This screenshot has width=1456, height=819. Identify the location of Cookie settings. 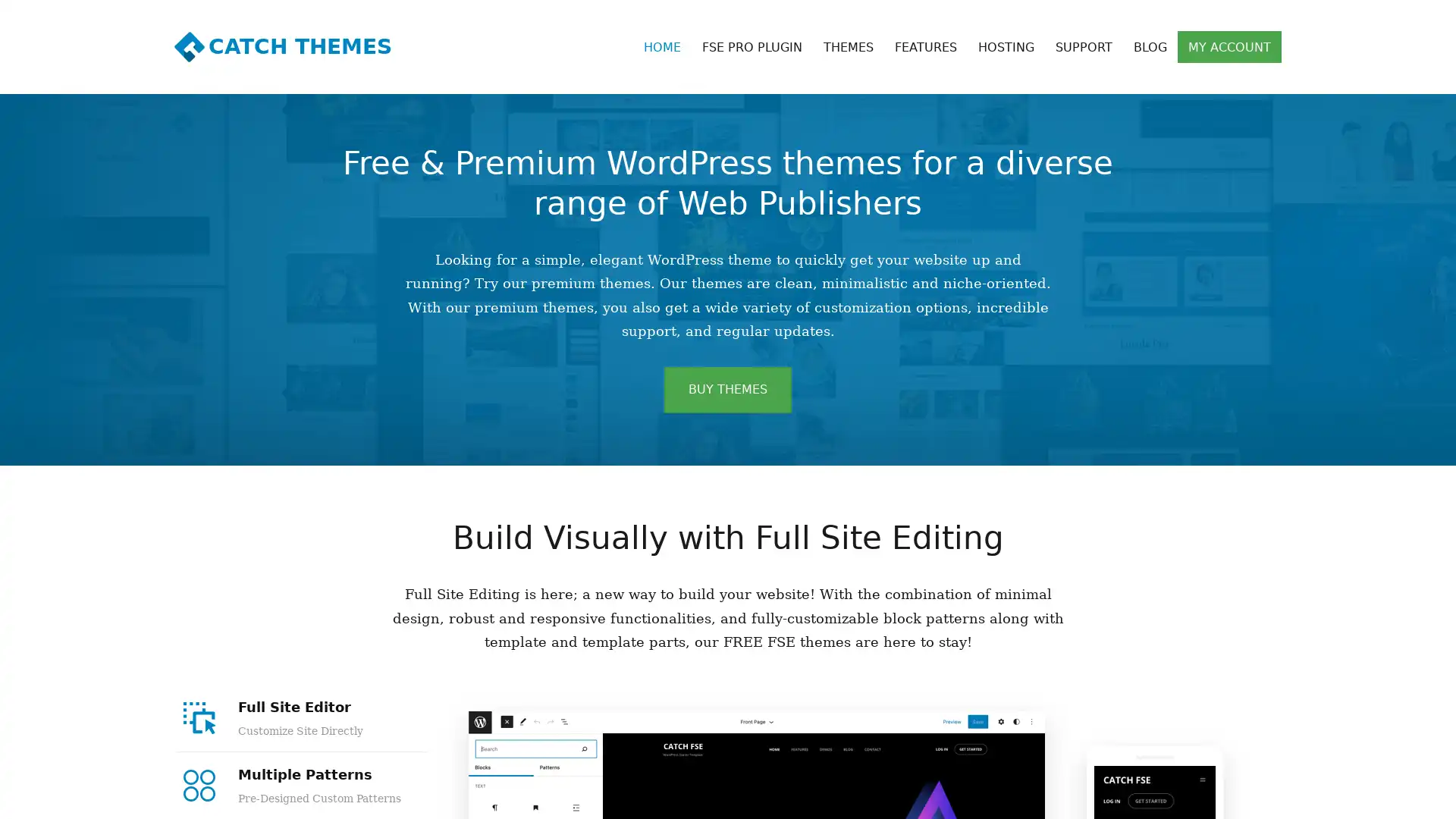
(1341, 799).